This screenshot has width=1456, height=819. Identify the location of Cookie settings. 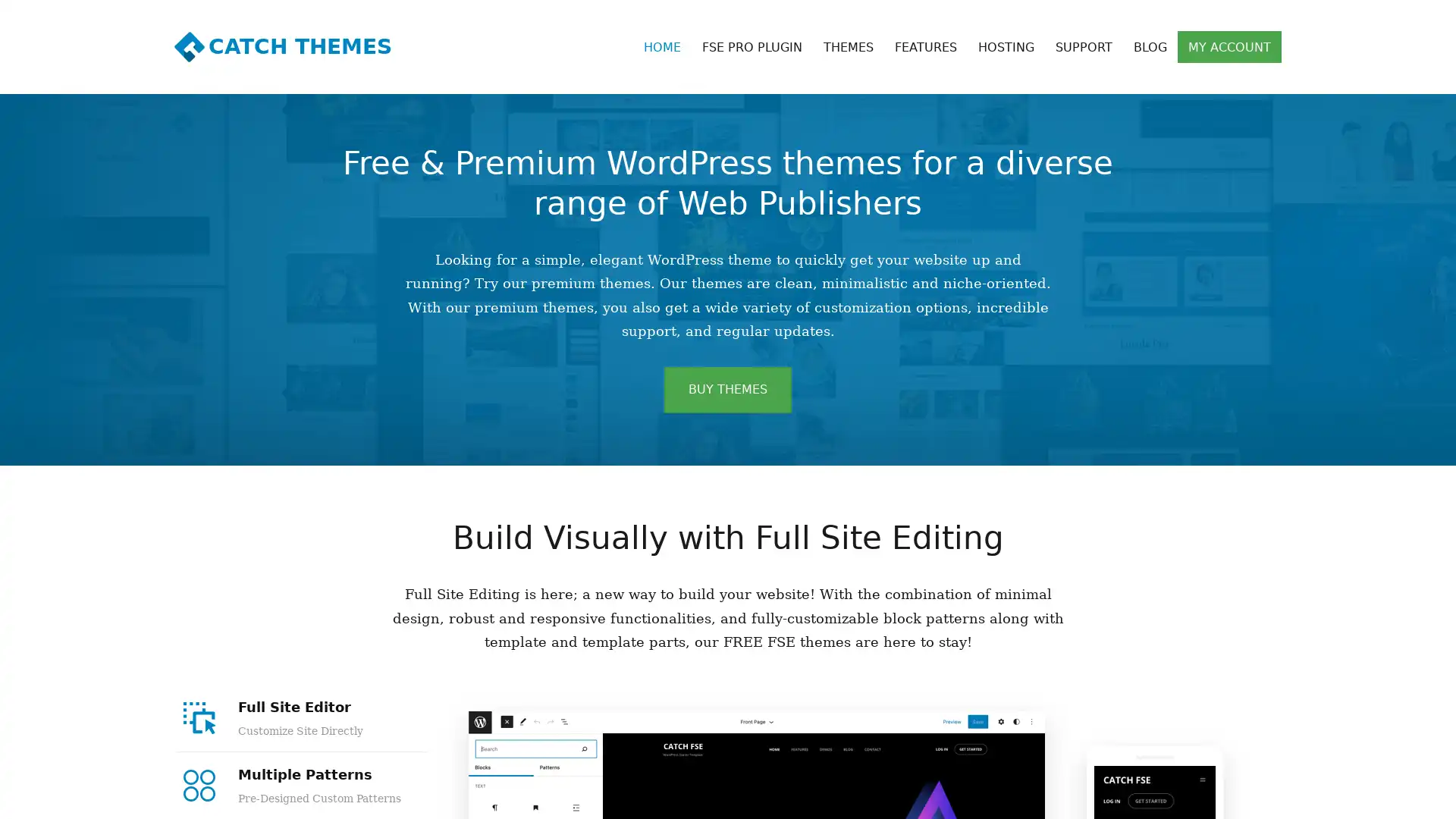
(1341, 799).